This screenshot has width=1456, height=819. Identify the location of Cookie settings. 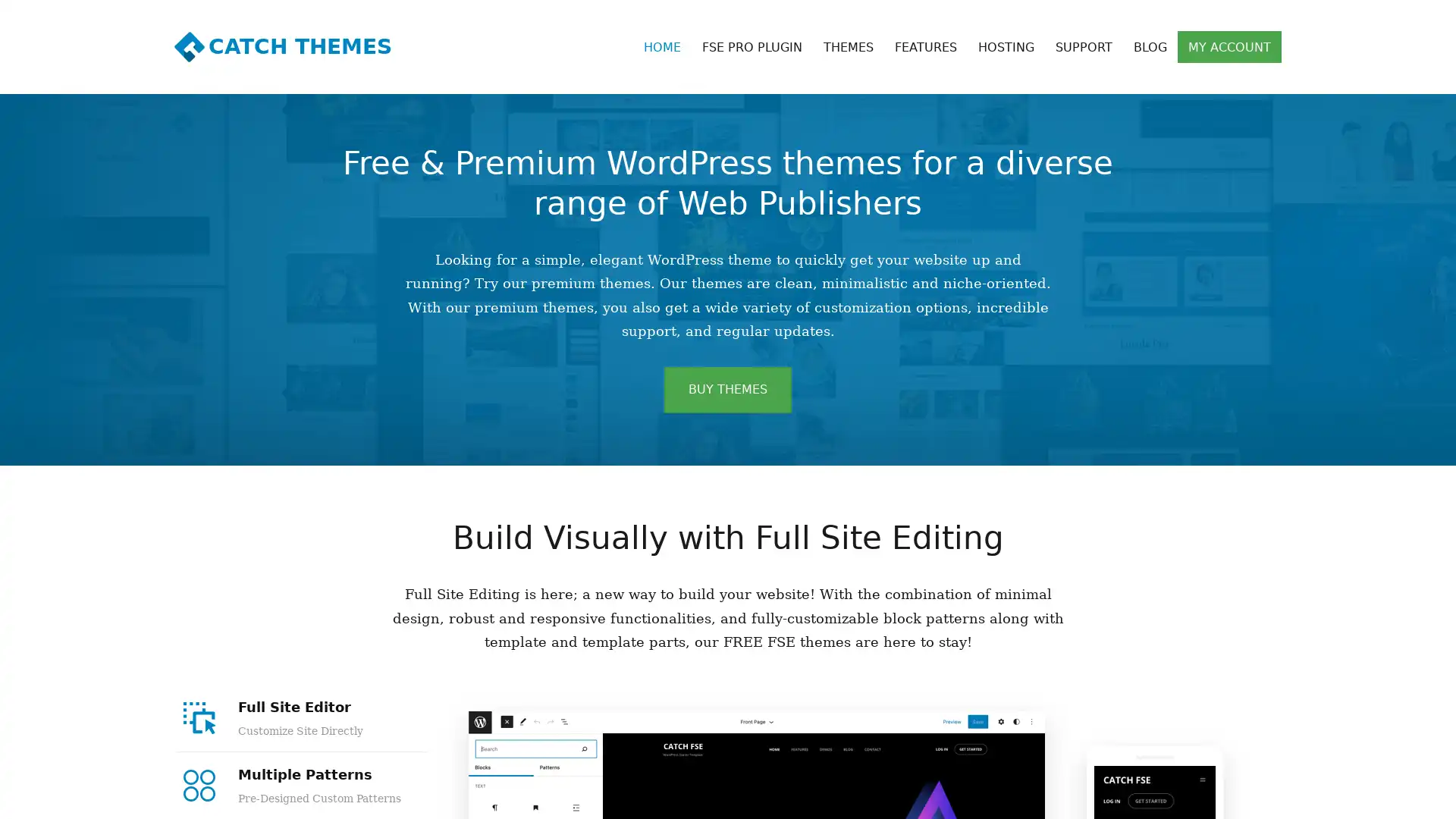
(1341, 799).